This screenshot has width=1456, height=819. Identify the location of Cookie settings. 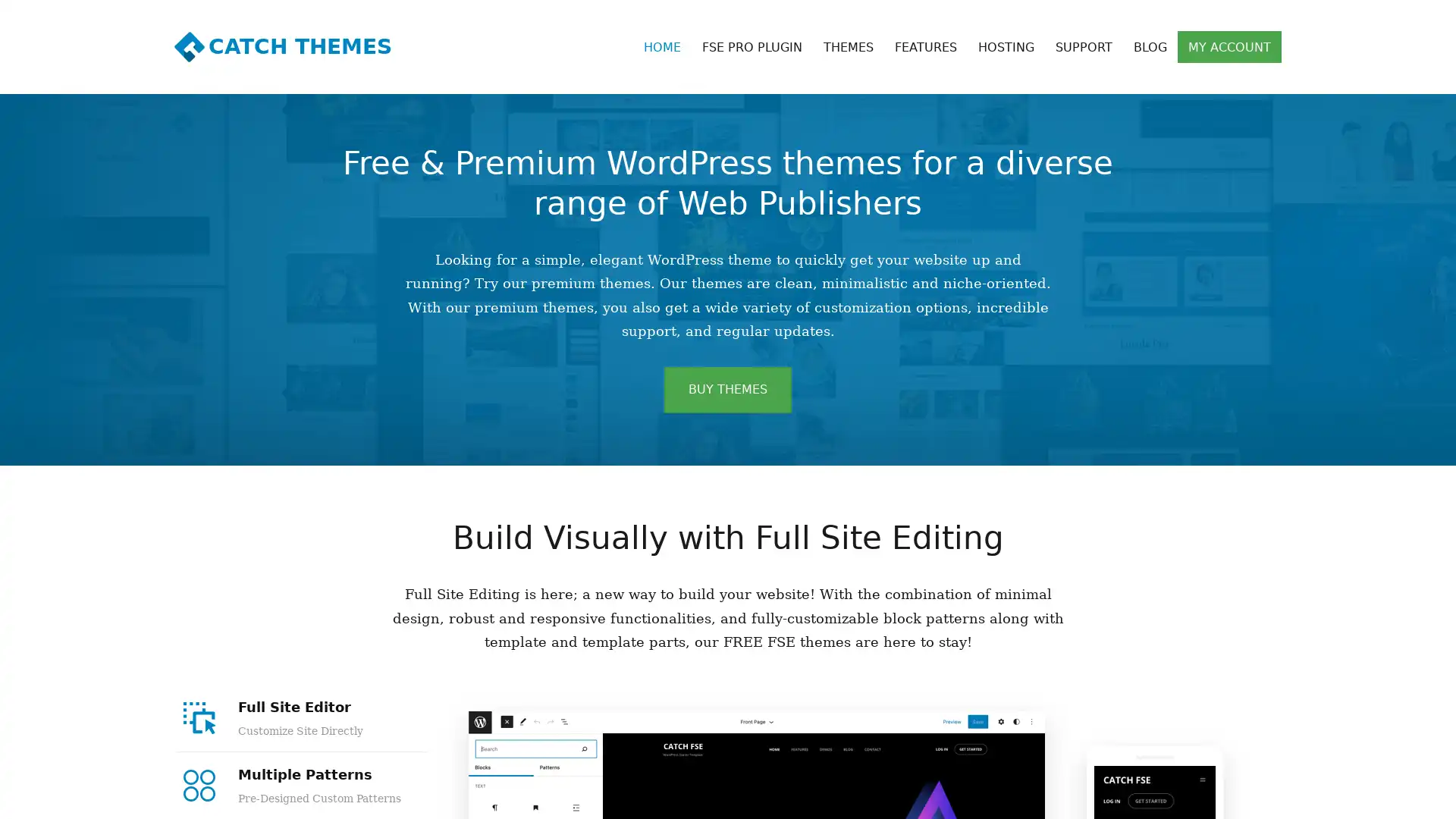
(1341, 799).